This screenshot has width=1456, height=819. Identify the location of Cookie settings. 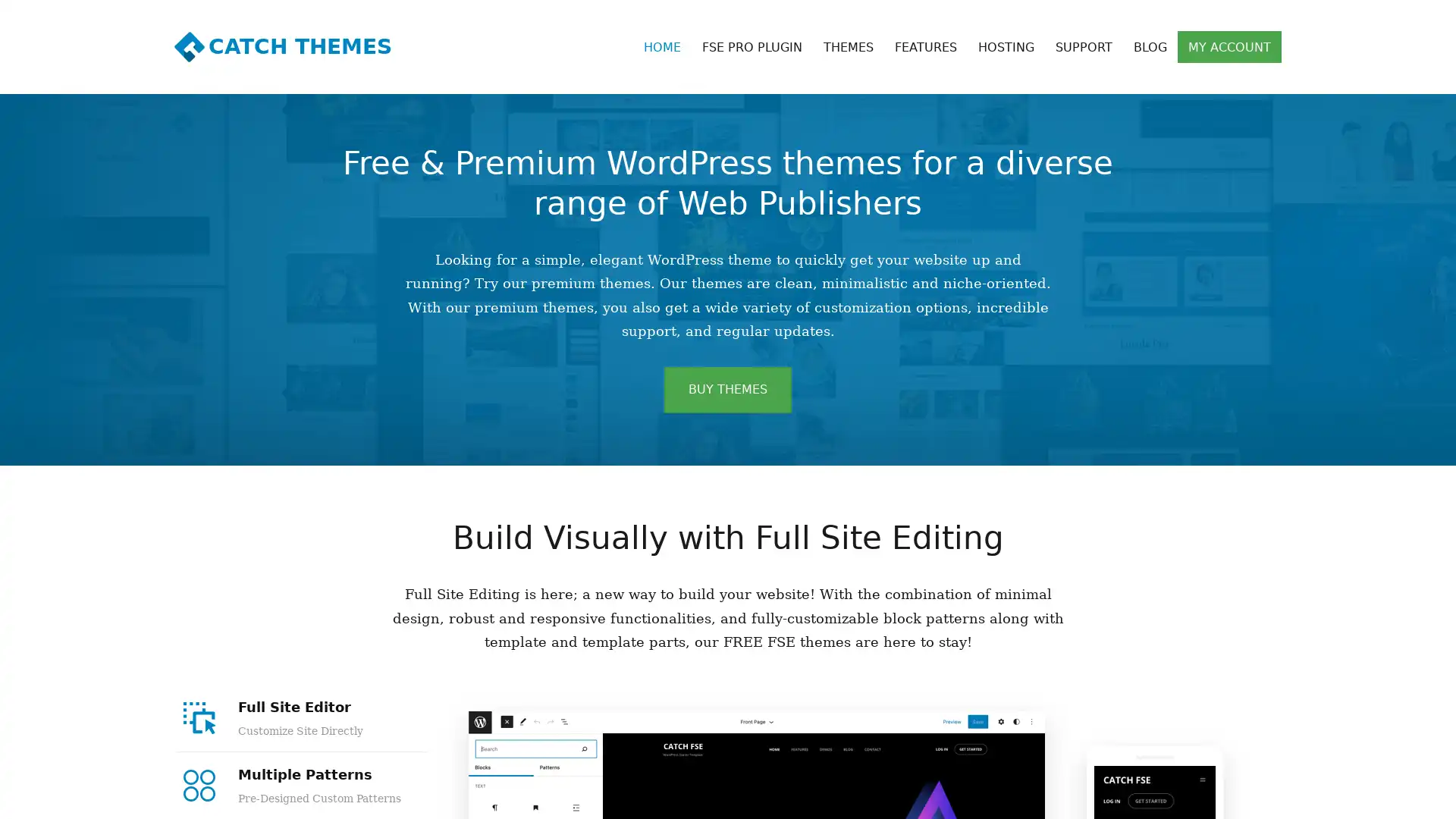
(1341, 799).